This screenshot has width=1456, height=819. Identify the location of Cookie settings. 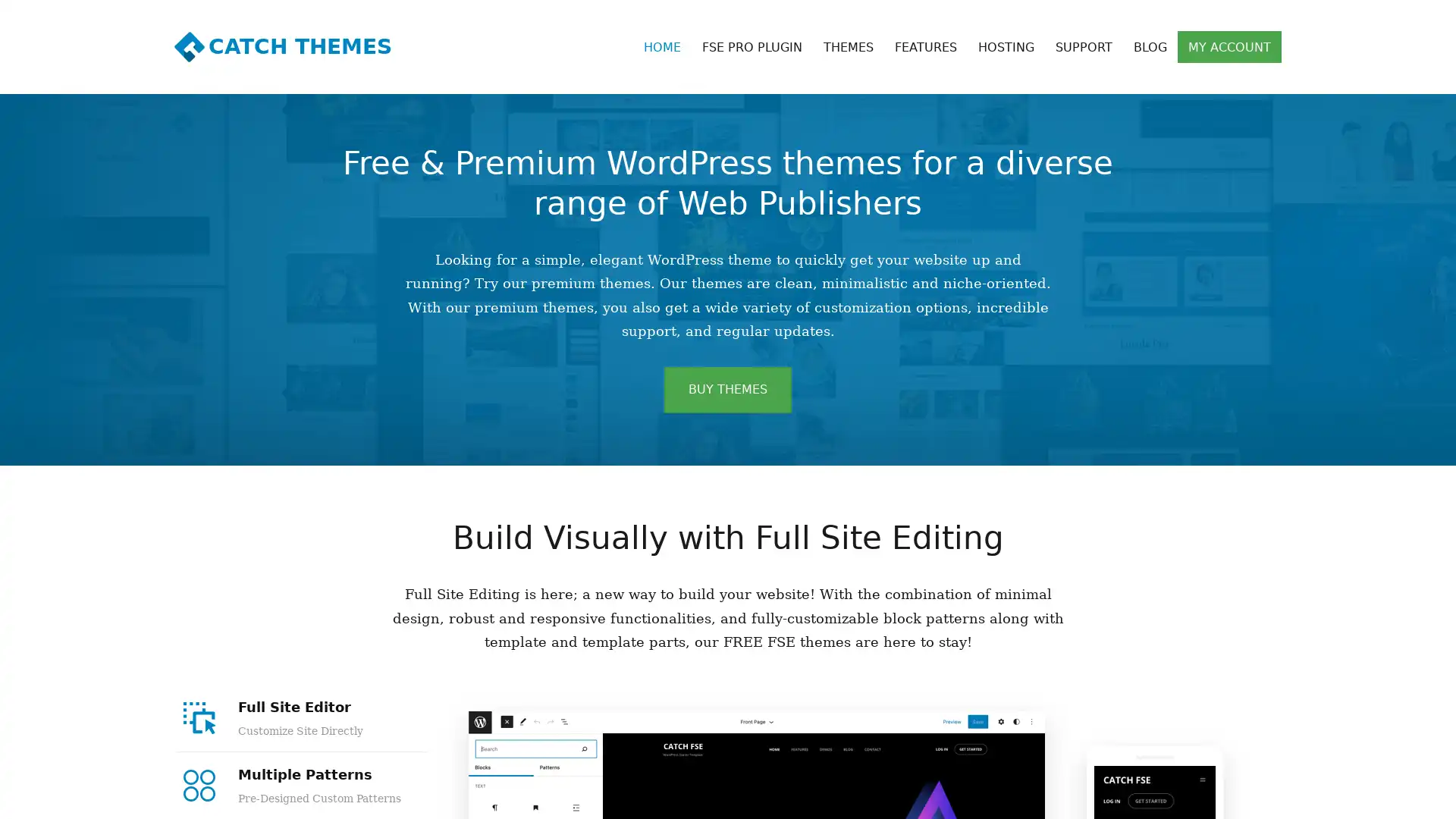
(1341, 799).